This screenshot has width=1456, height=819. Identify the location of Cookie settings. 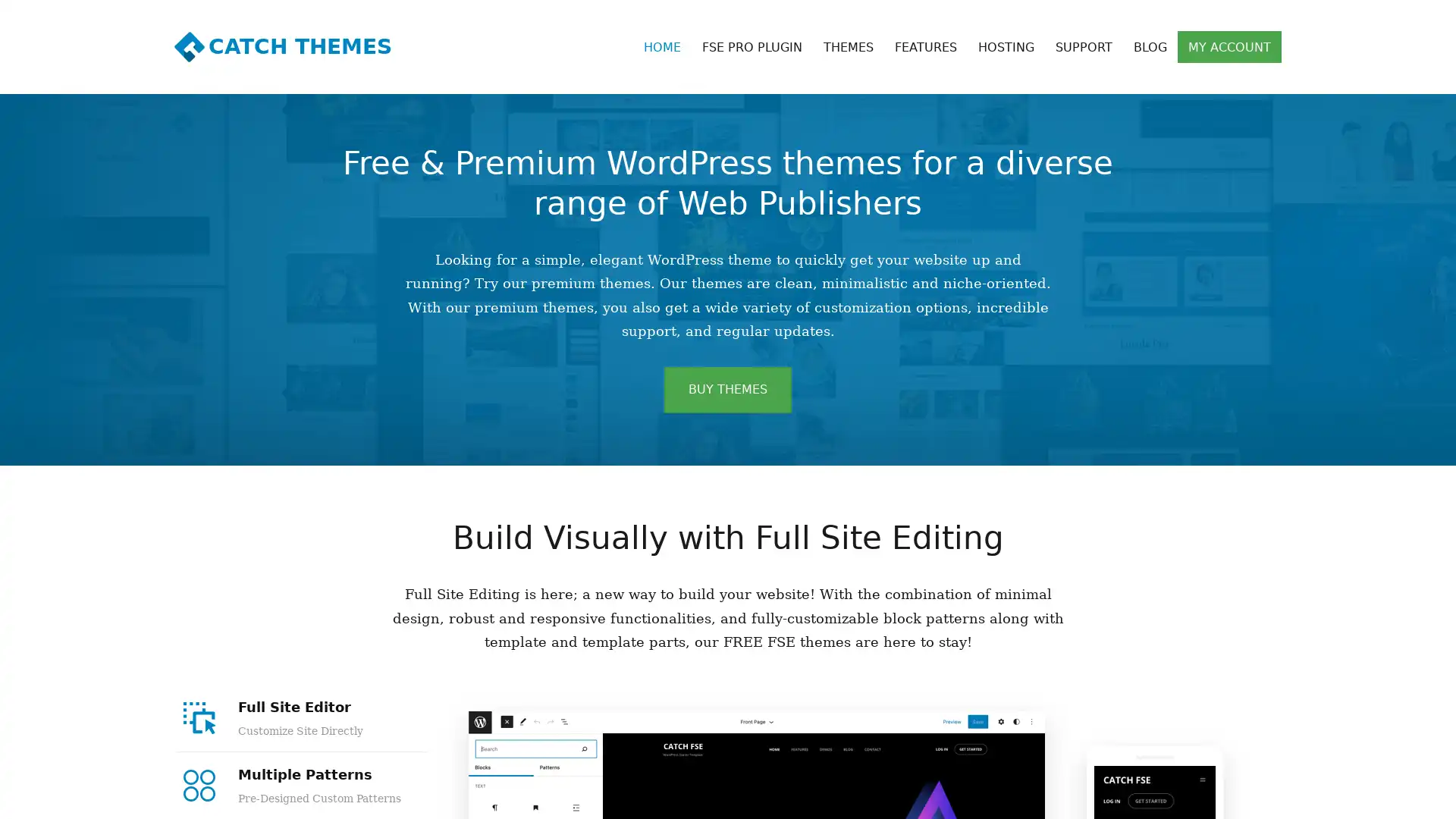
(1341, 799).